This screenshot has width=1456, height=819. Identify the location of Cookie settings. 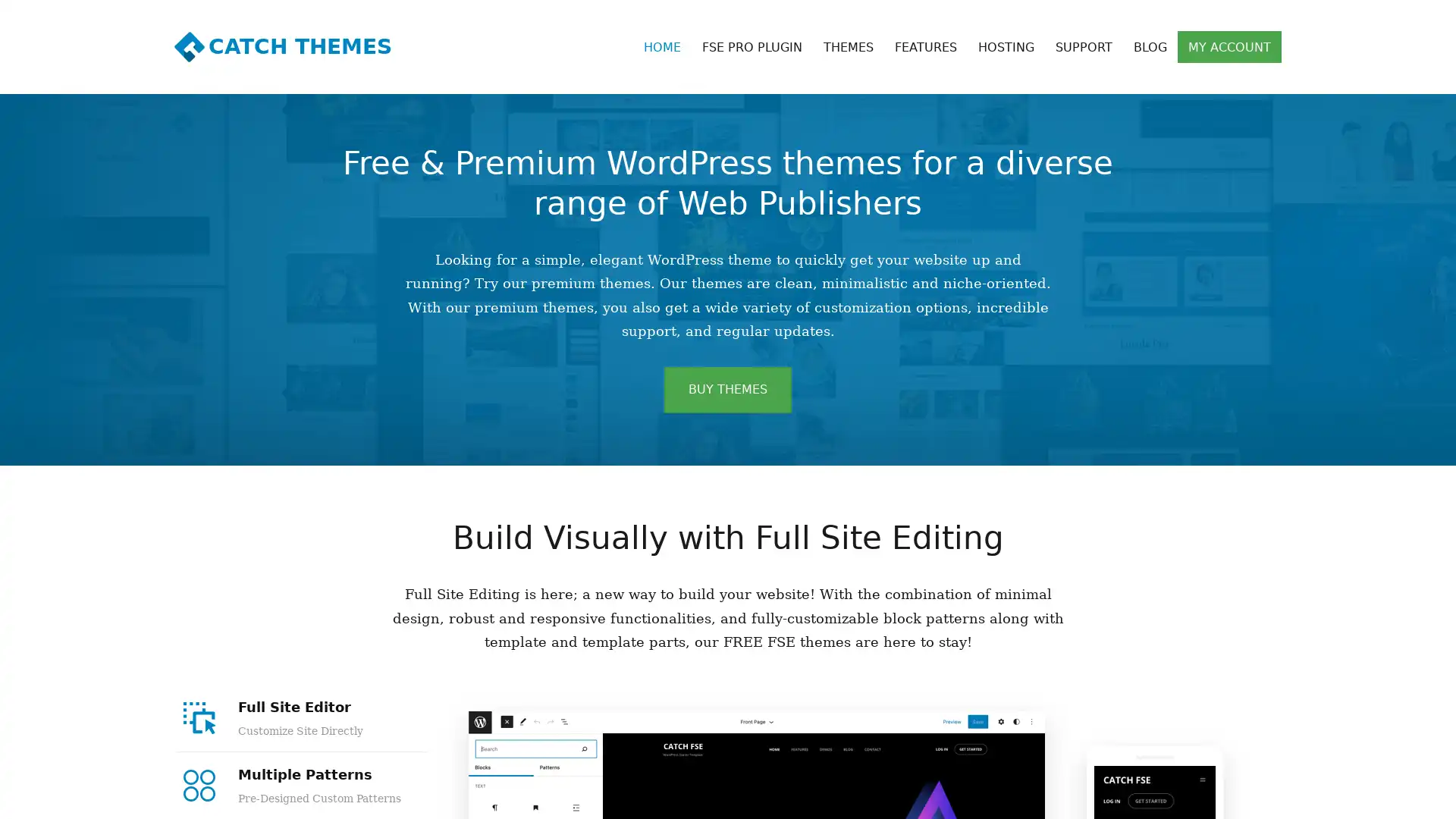
(1341, 799).